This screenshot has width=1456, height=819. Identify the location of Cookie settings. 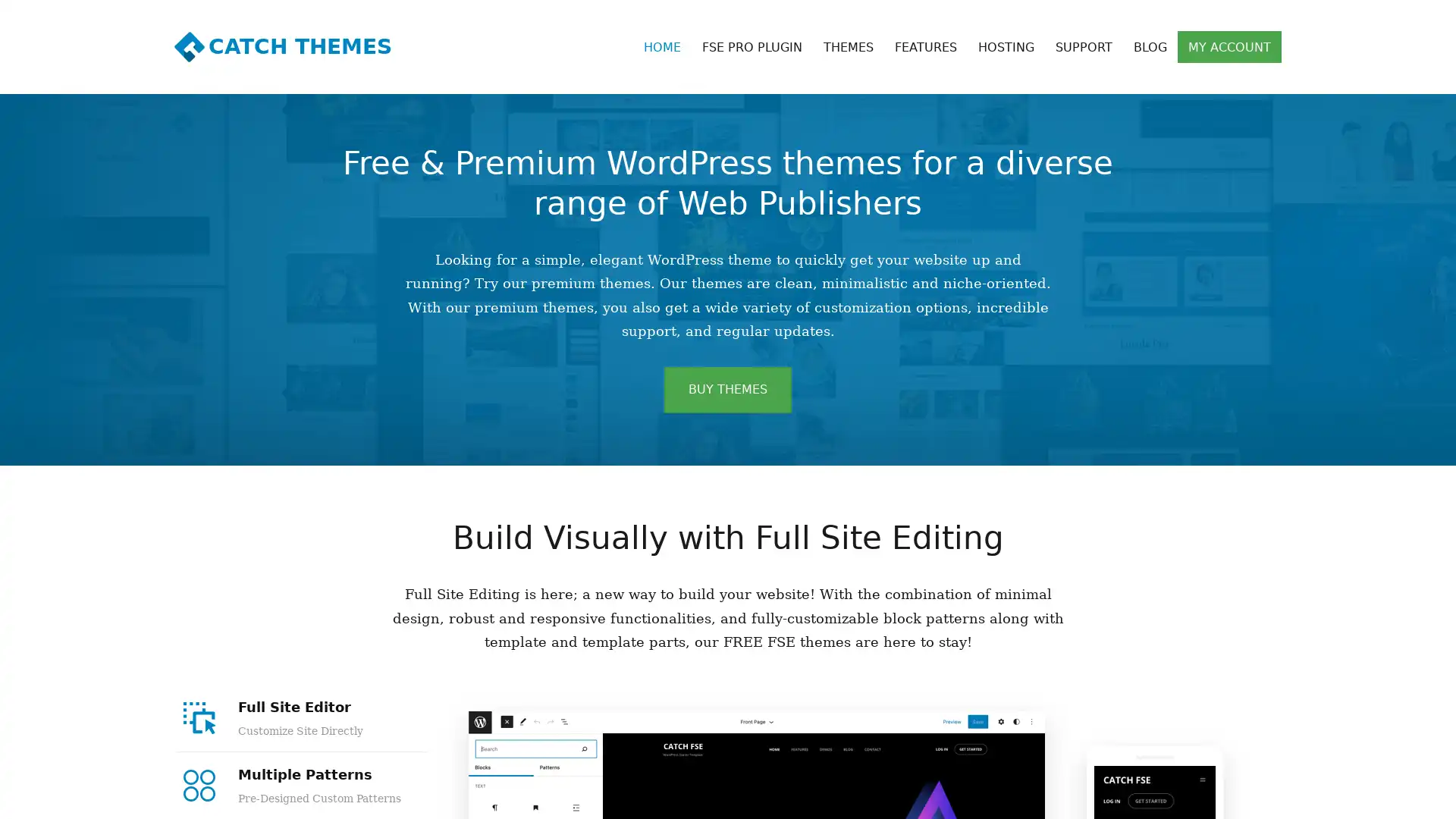
(1341, 799).